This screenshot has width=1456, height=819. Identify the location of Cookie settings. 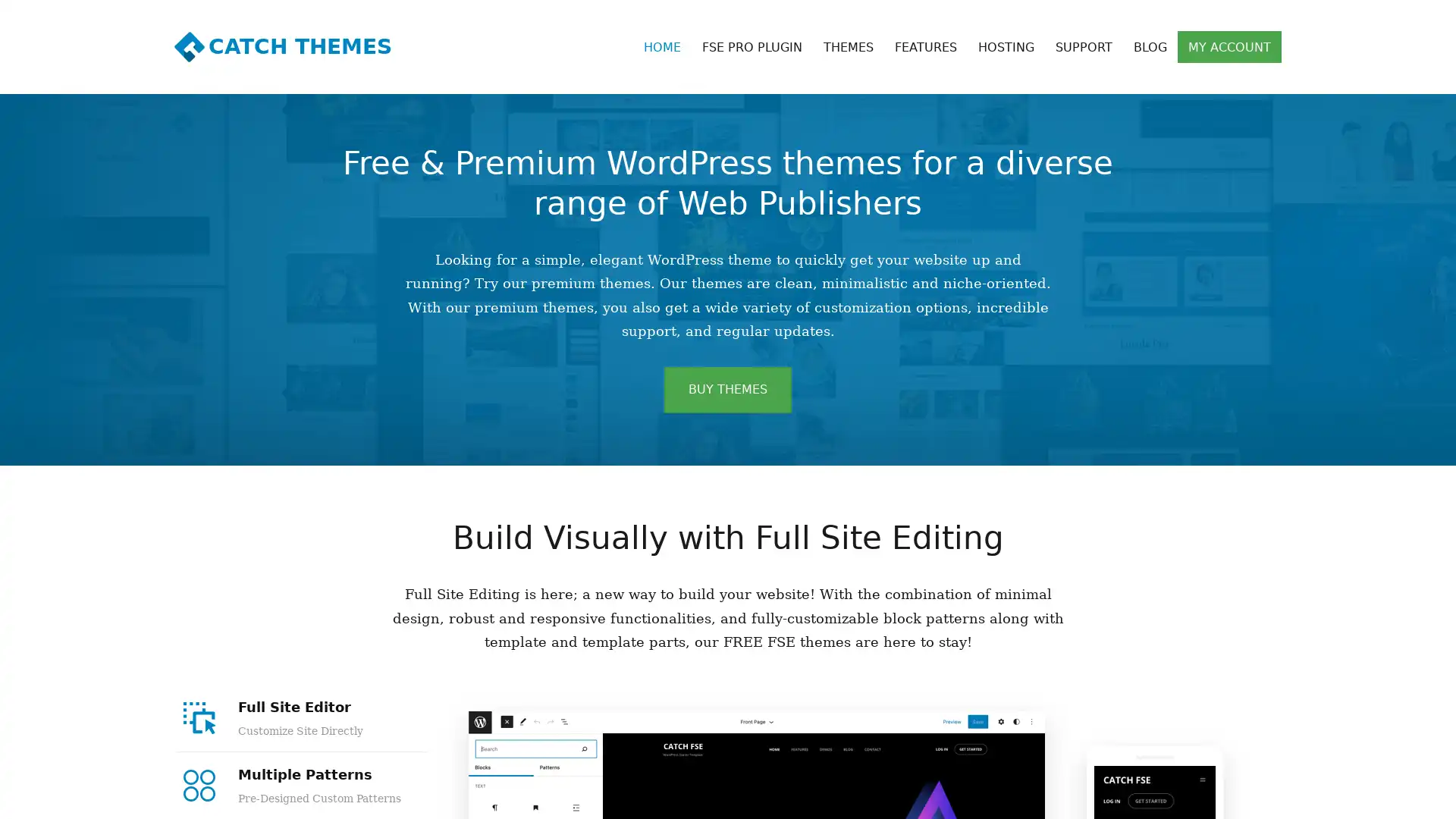
(1341, 799).